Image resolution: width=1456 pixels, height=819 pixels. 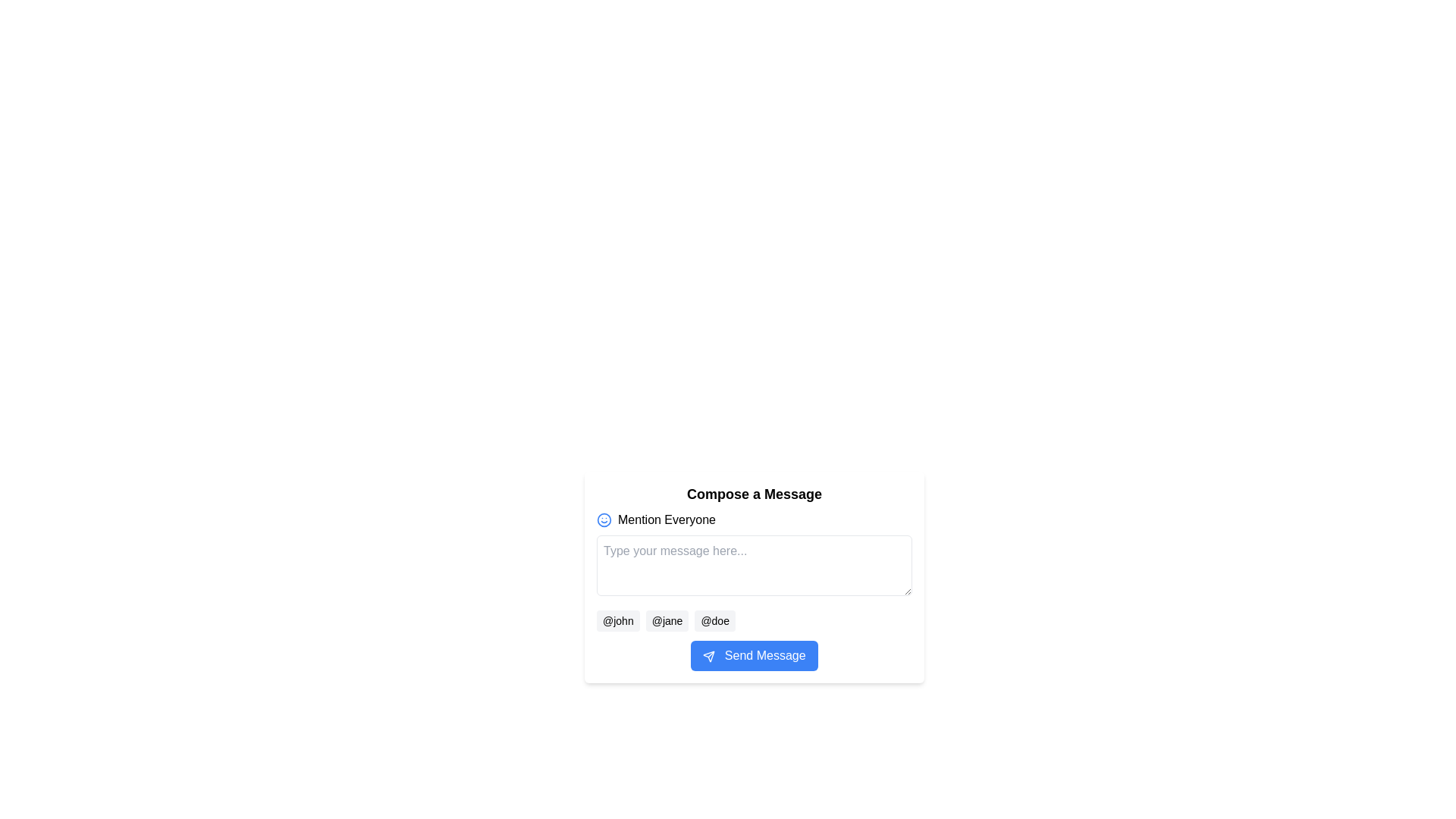 What do you see at coordinates (603, 519) in the screenshot?
I see `the visuals of the circular stroke of the smiley face icon, which is positioned to the left of the 'Mention Everyone' text` at bounding box center [603, 519].